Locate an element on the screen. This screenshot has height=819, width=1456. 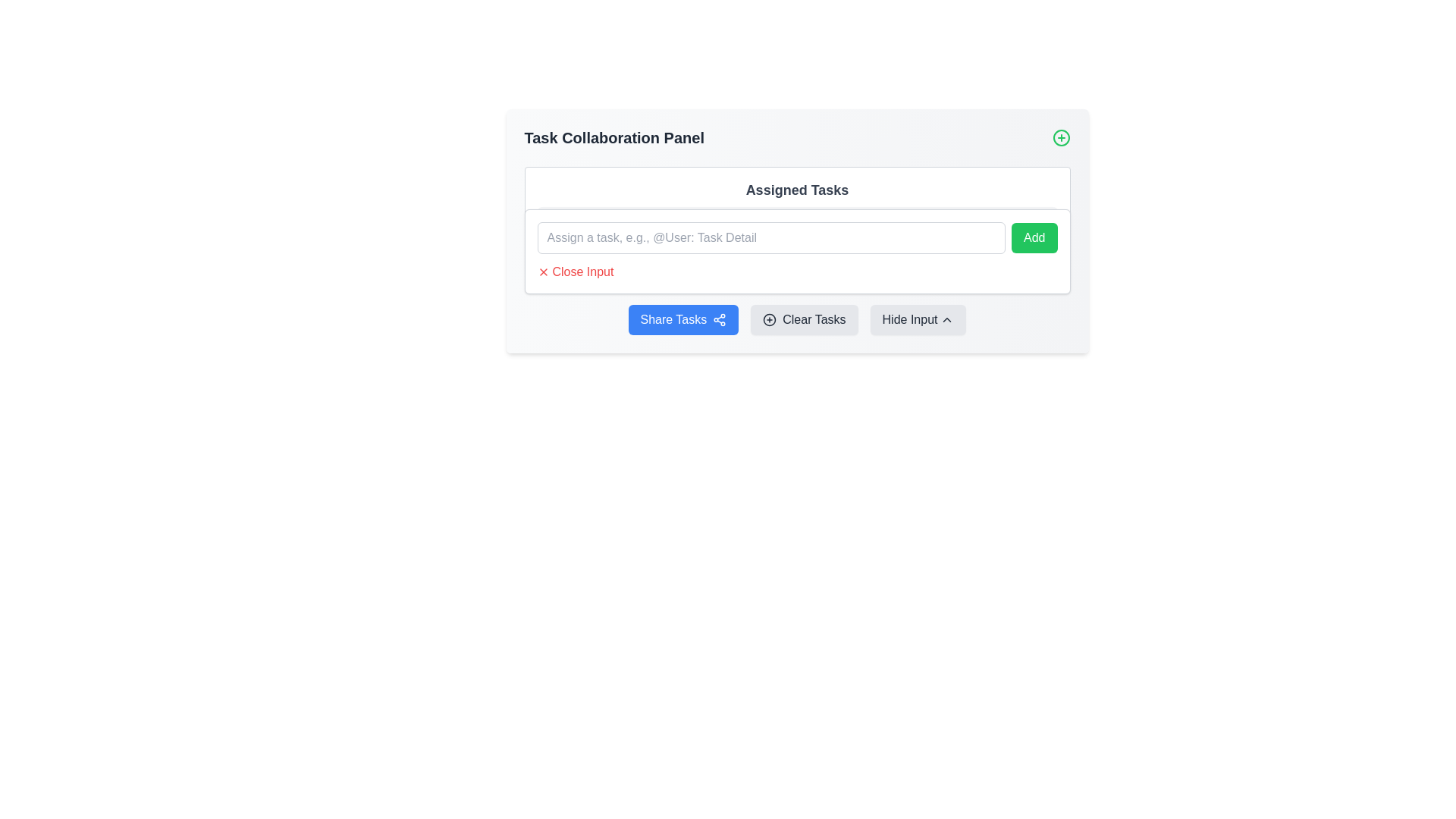
the group of buttons at the bottom of the assigned tasks section is located at coordinates (796, 318).